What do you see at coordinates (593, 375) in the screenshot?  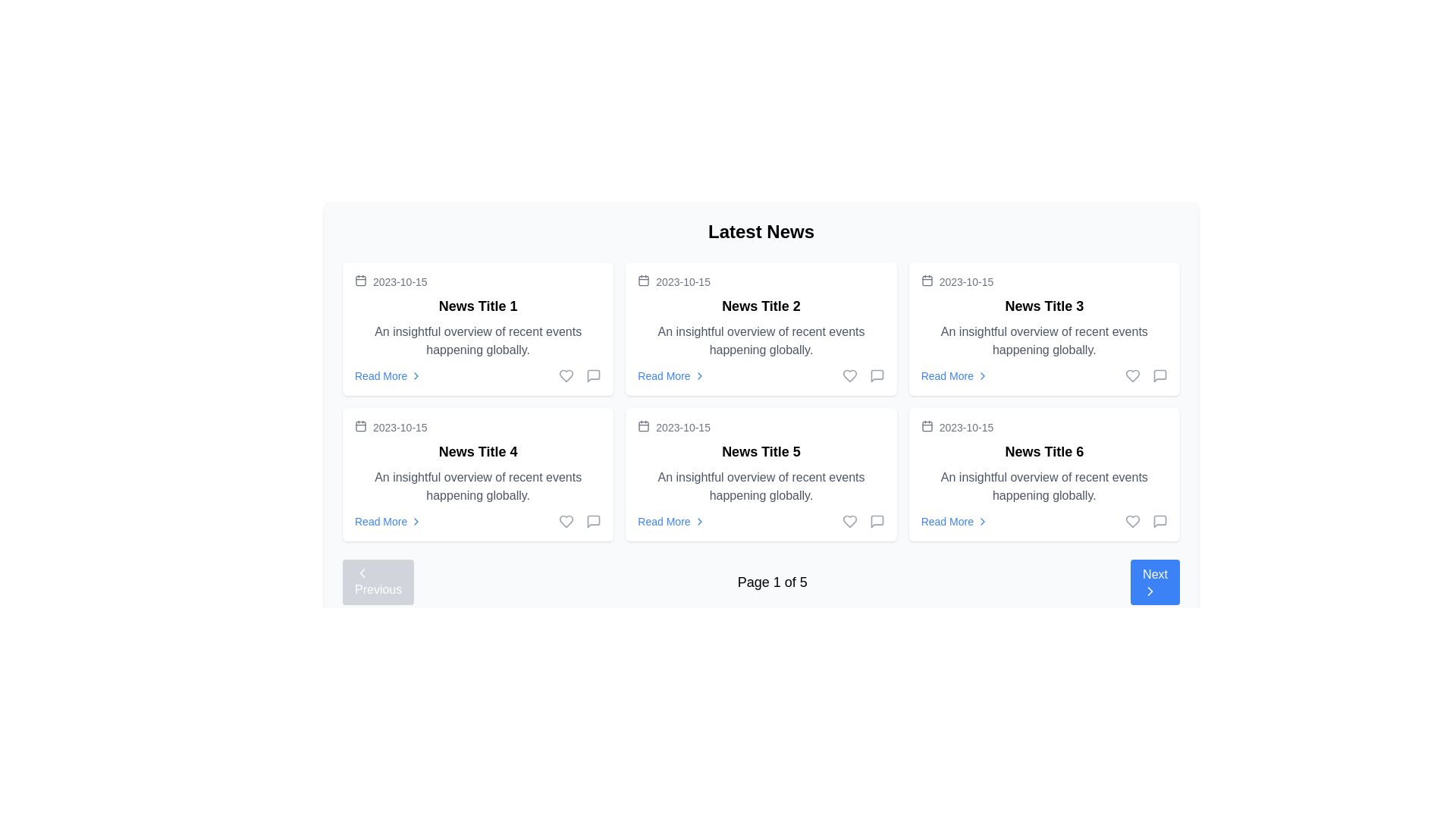 I see `messaging icon located in the bottom-right corner of the card labeled 'News Title 1'` at bounding box center [593, 375].